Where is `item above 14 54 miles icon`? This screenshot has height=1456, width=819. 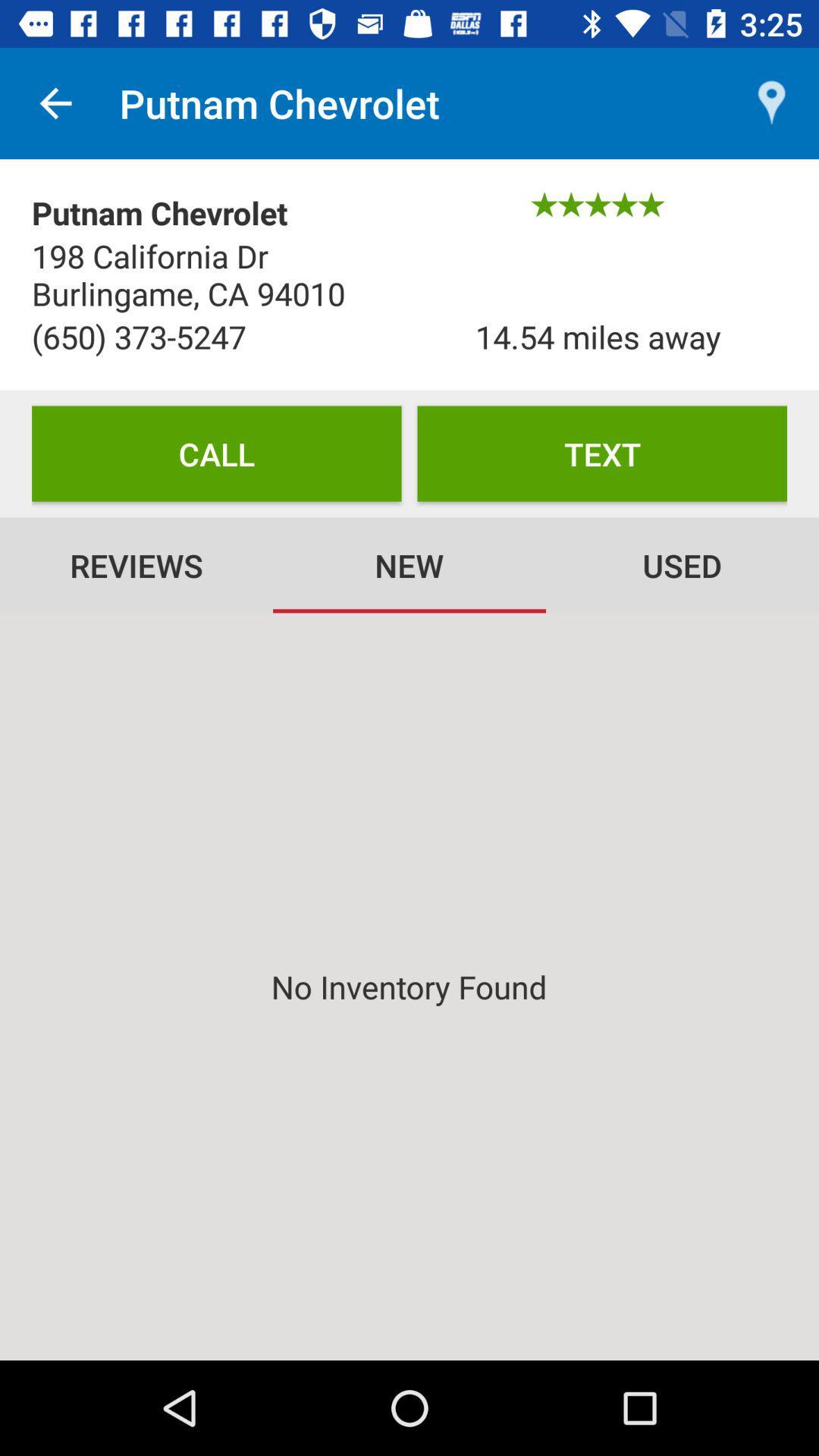 item above 14 54 miles icon is located at coordinates (771, 102).